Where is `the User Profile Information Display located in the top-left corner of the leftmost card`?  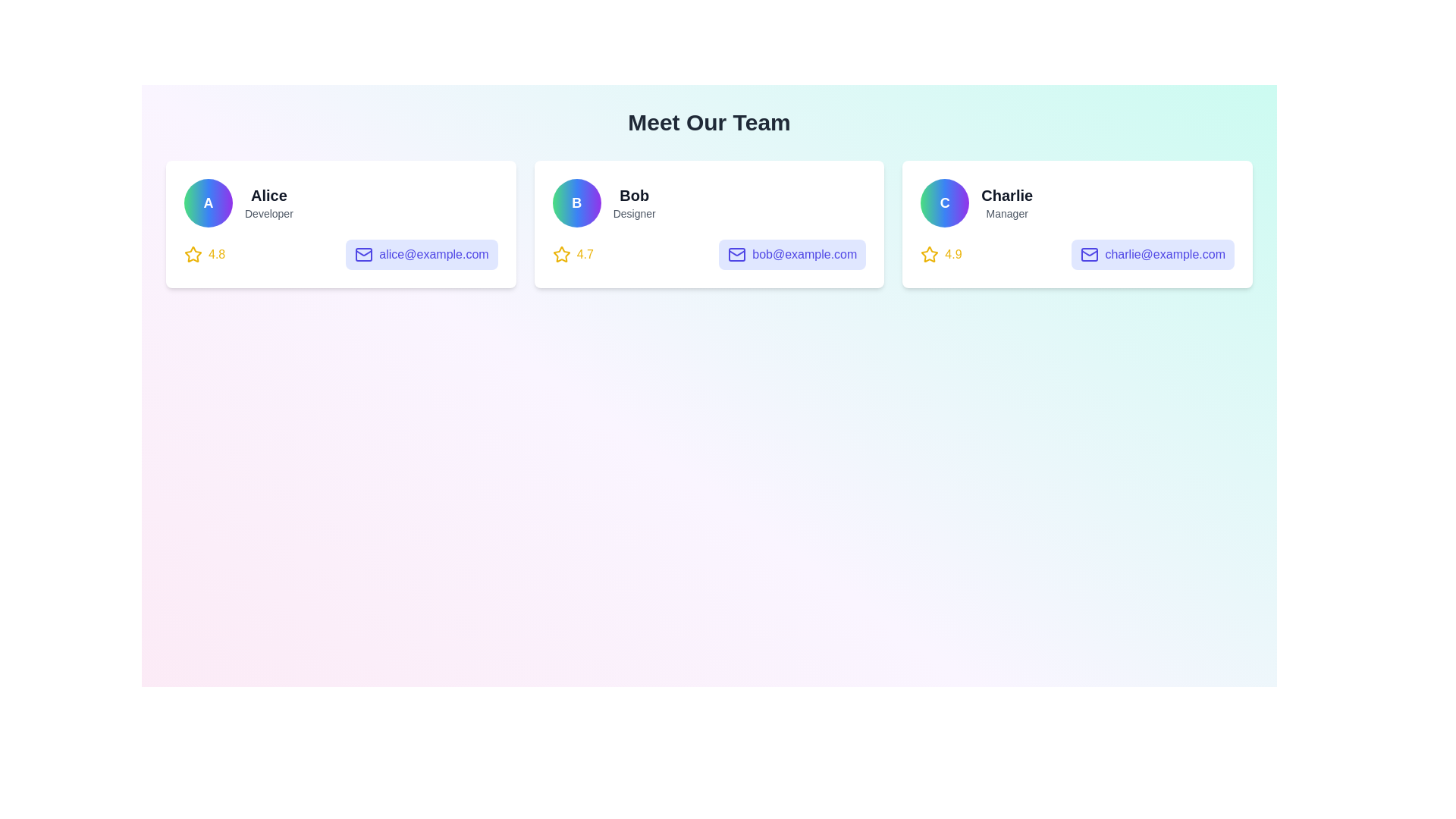
the User Profile Information Display located in the top-left corner of the leftmost card is located at coordinates (340, 202).